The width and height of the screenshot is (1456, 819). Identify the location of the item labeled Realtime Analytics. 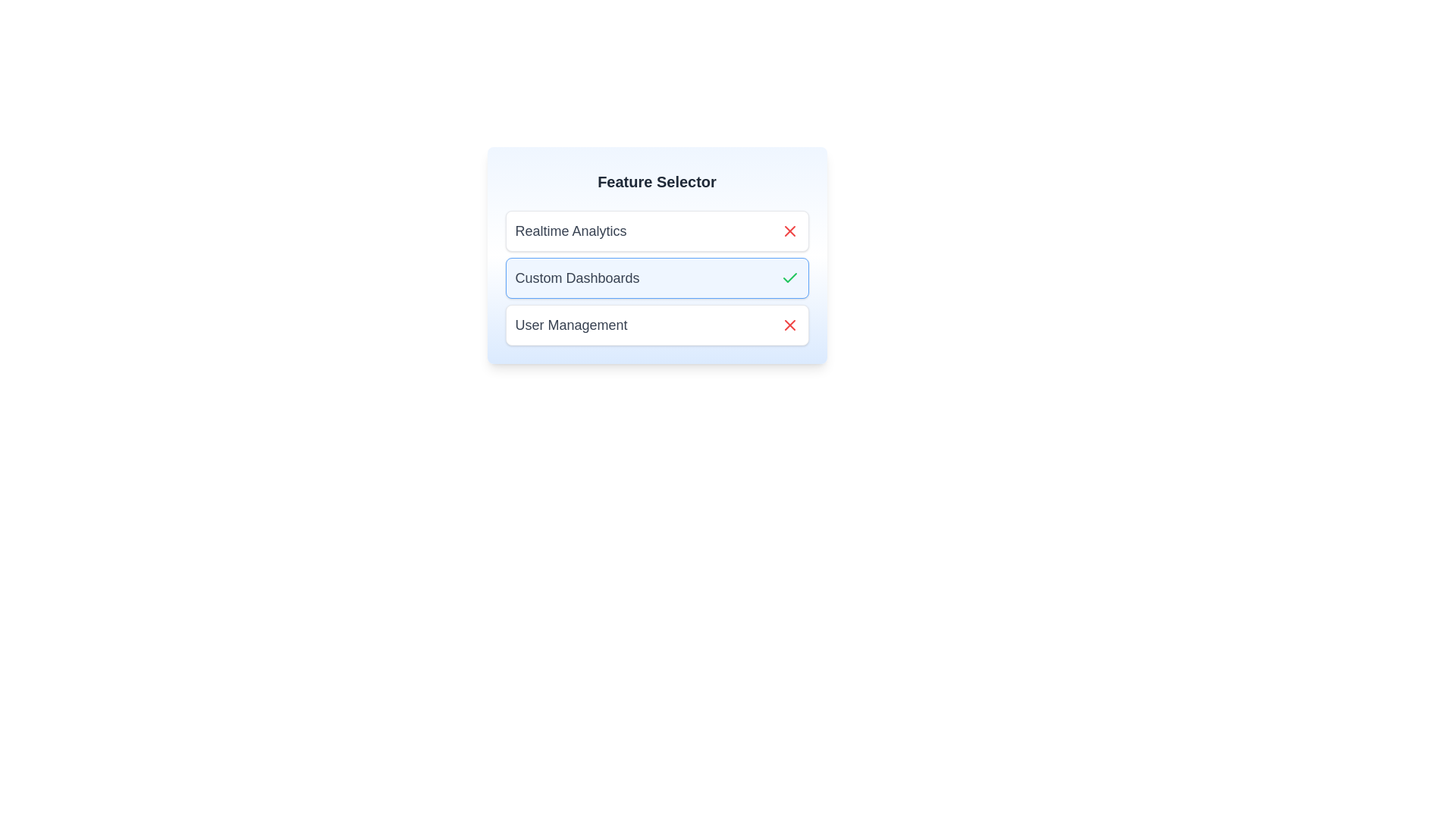
(657, 231).